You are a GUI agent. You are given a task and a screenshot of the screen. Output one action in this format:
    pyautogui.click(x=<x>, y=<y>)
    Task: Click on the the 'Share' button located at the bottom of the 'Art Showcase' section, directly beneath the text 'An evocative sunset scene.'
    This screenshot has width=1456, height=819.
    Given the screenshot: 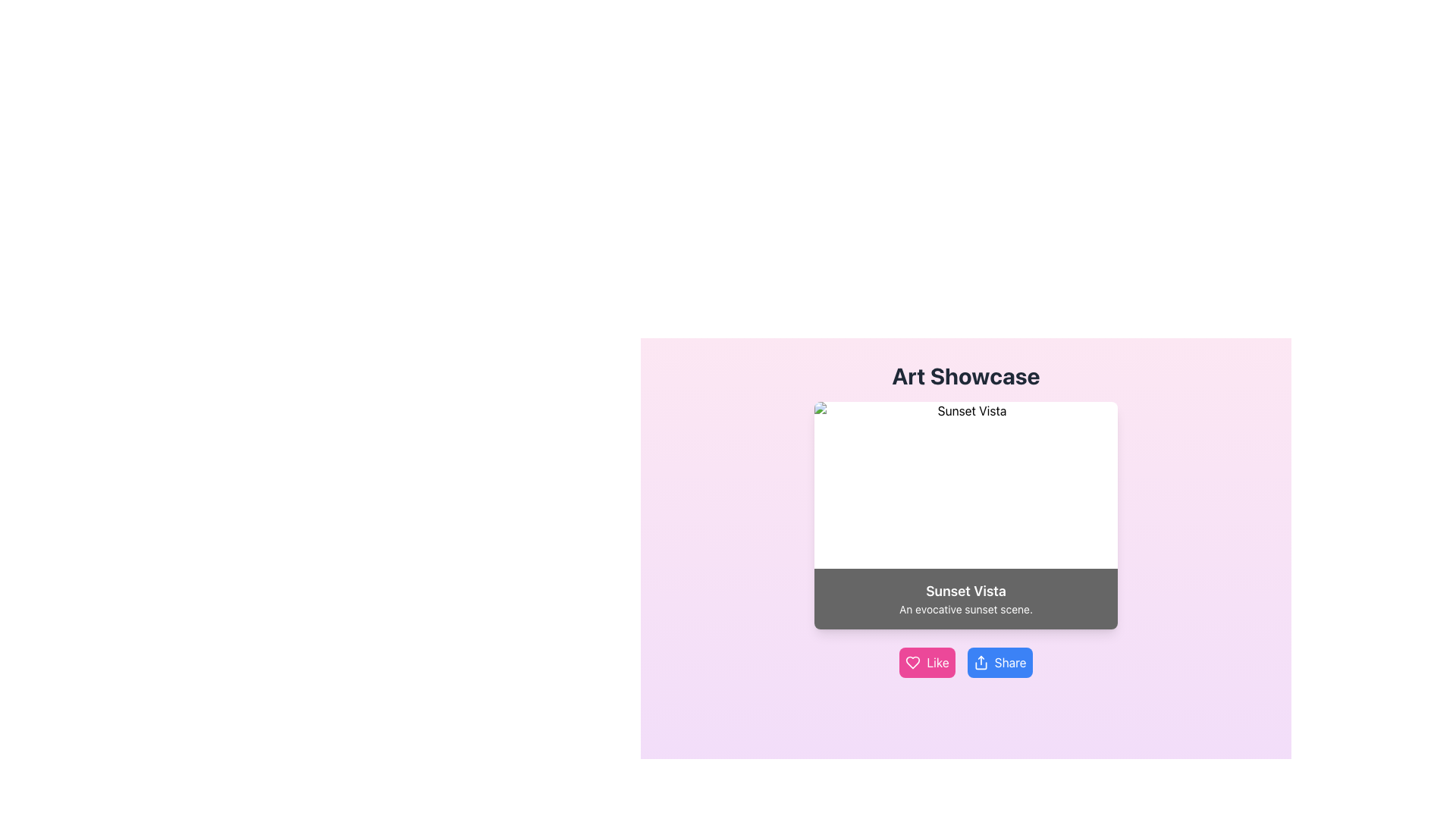 What is the action you would take?
    pyautogui.click(x=965, y=662)
    